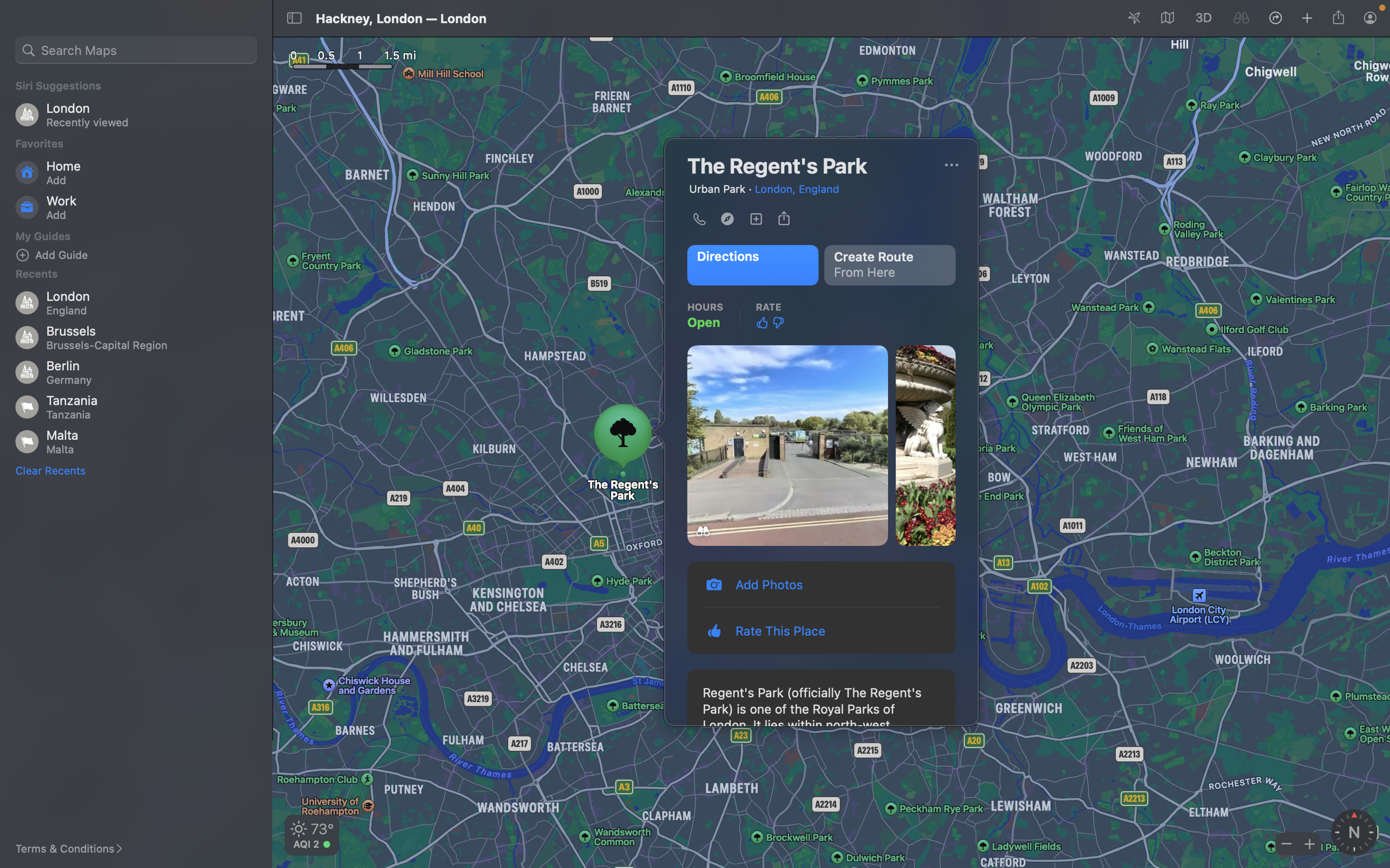 The image size is (1390, 868). I want to click on Create path from the Regent"s park, so click(891, 265).